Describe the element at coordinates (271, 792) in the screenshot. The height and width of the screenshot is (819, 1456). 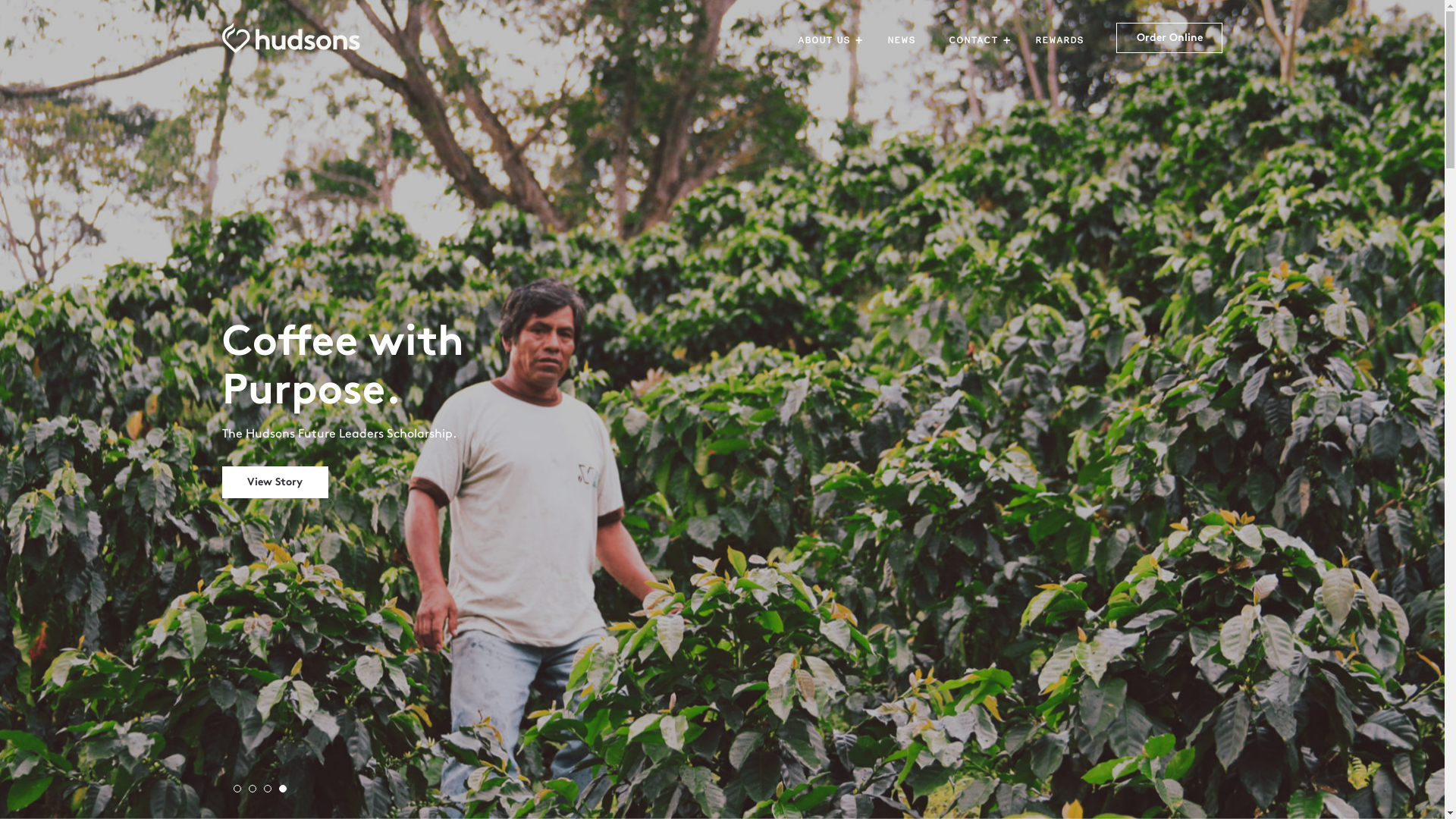
I see `'3'` at that location.